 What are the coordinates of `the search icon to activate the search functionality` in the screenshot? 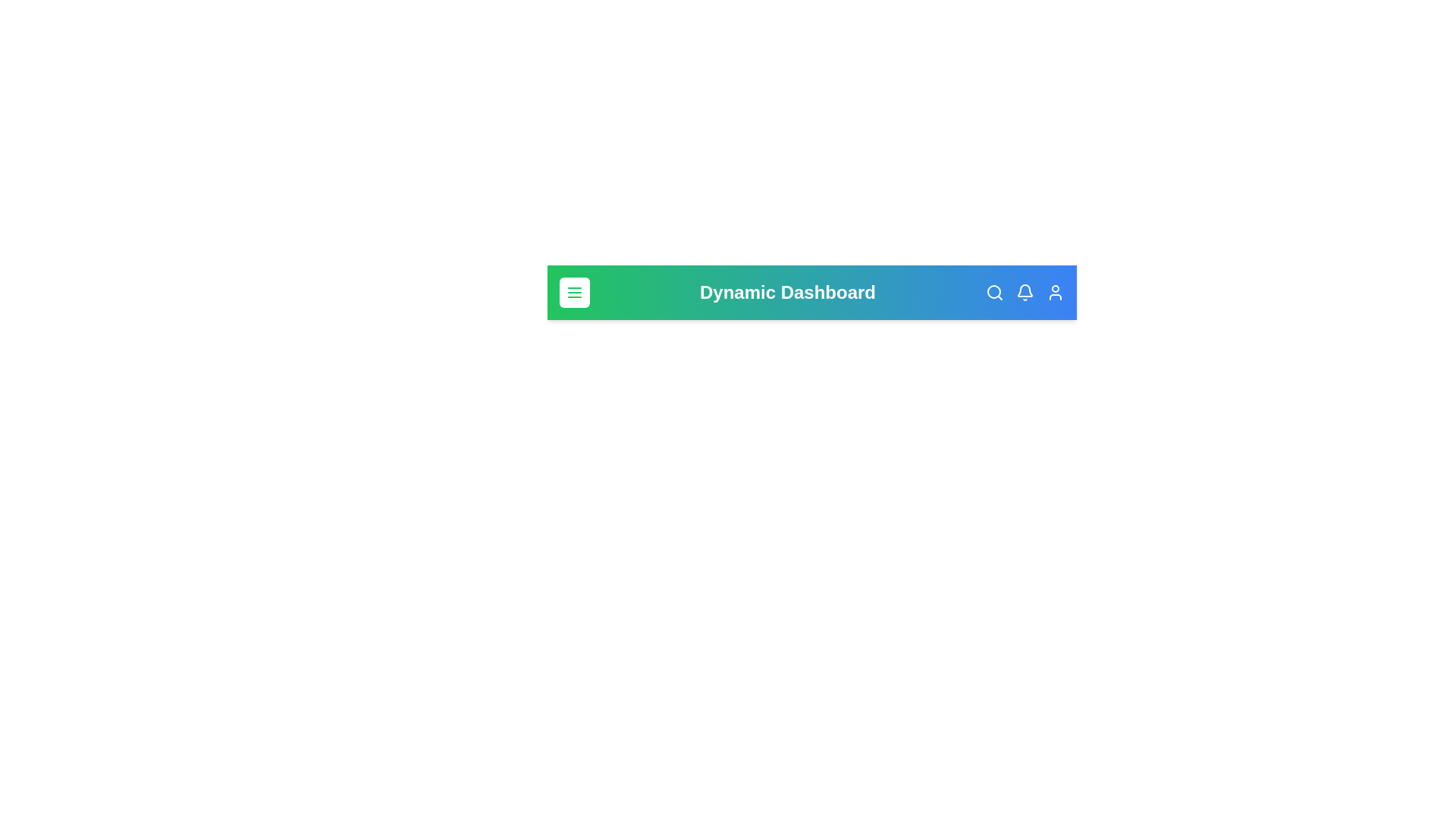 It's located at (994, 292).